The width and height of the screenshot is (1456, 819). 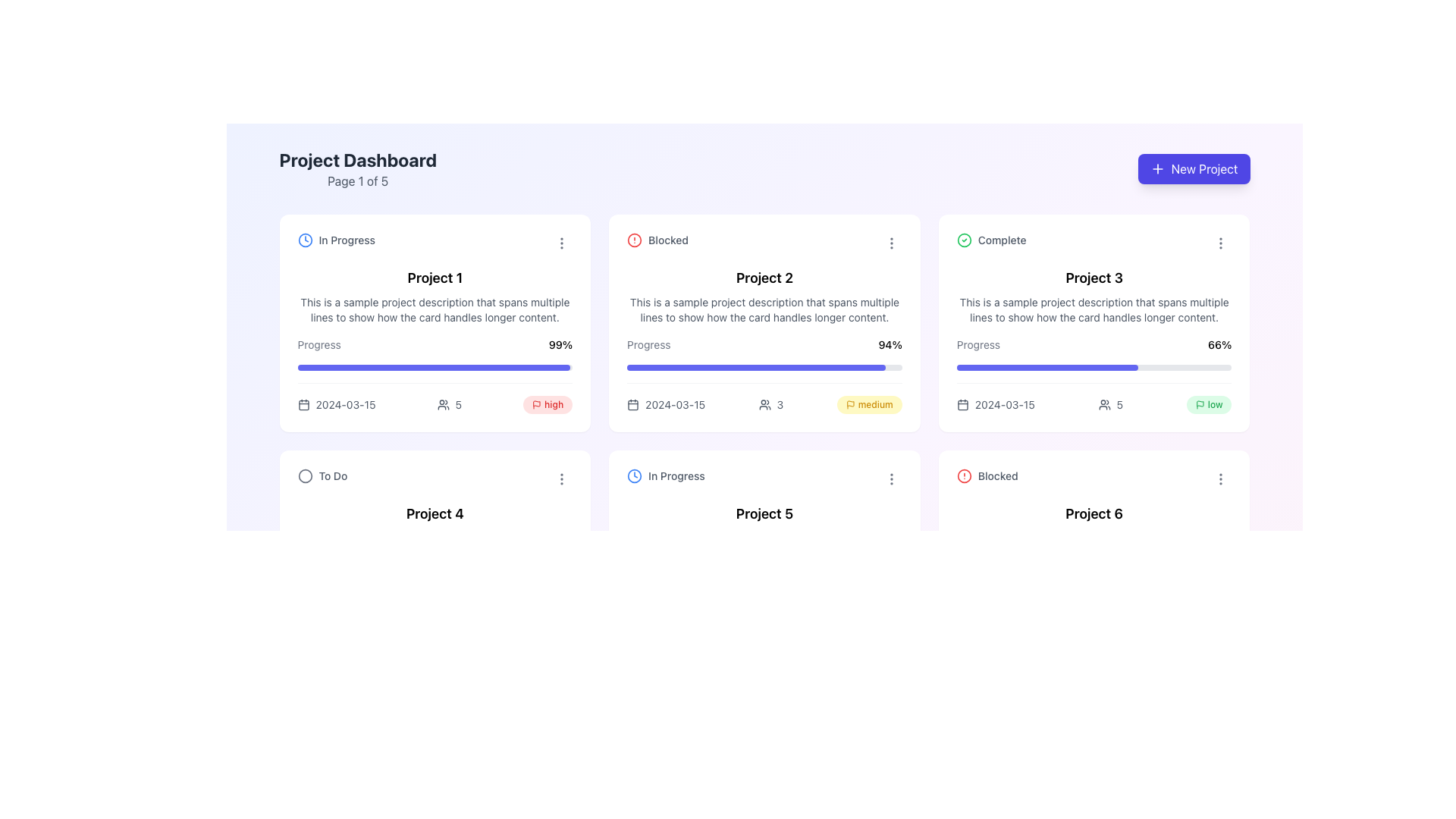 I want to click on the static text element displaying 'Project 1', which is styled as a bold headline within its card, located below the 'In Progress' status label, so click(x=434, y=278).